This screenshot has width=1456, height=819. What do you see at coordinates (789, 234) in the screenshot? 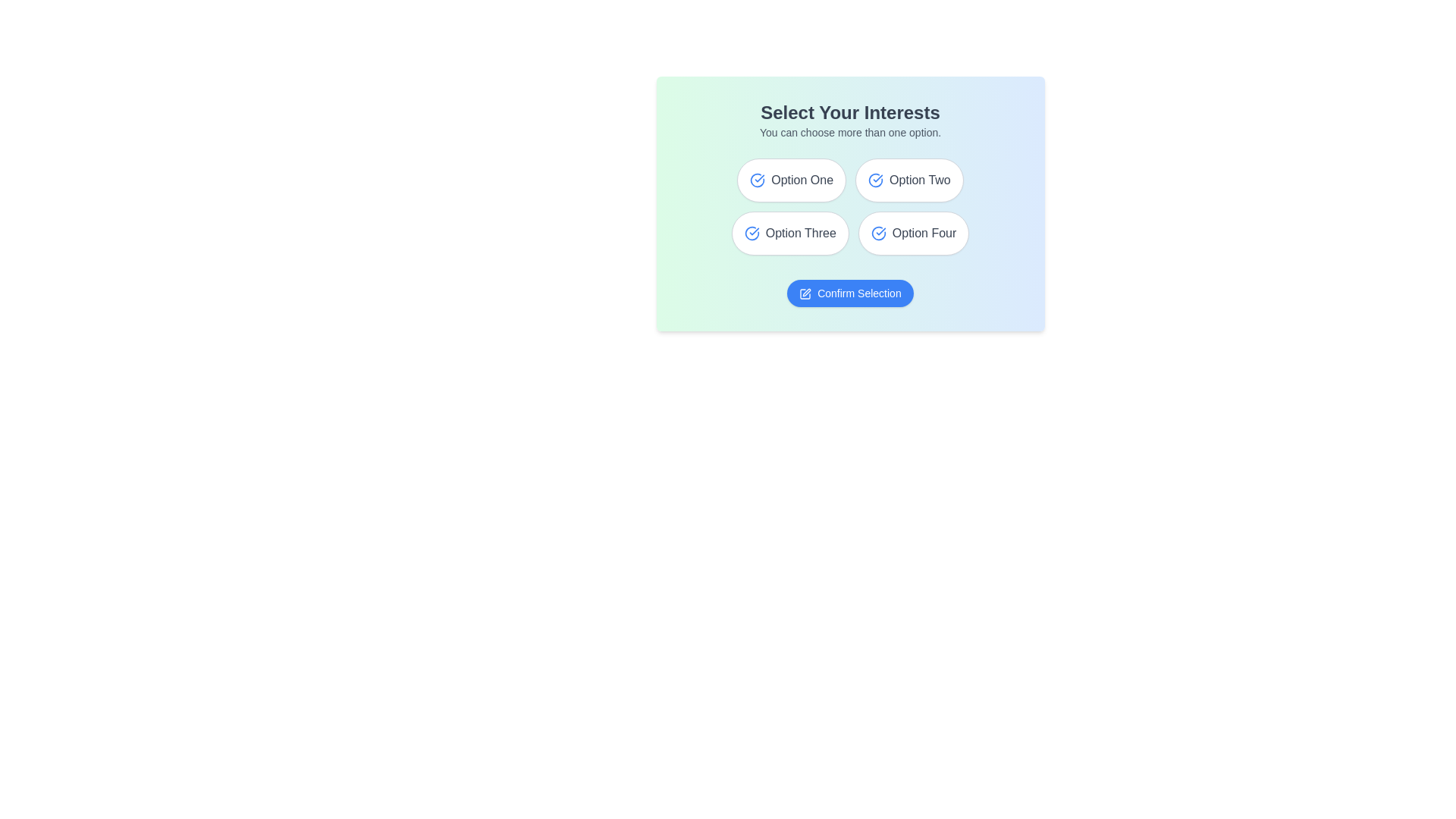
I see `the option Option Three to observe the hover effect` at bounding box center [789, 234].